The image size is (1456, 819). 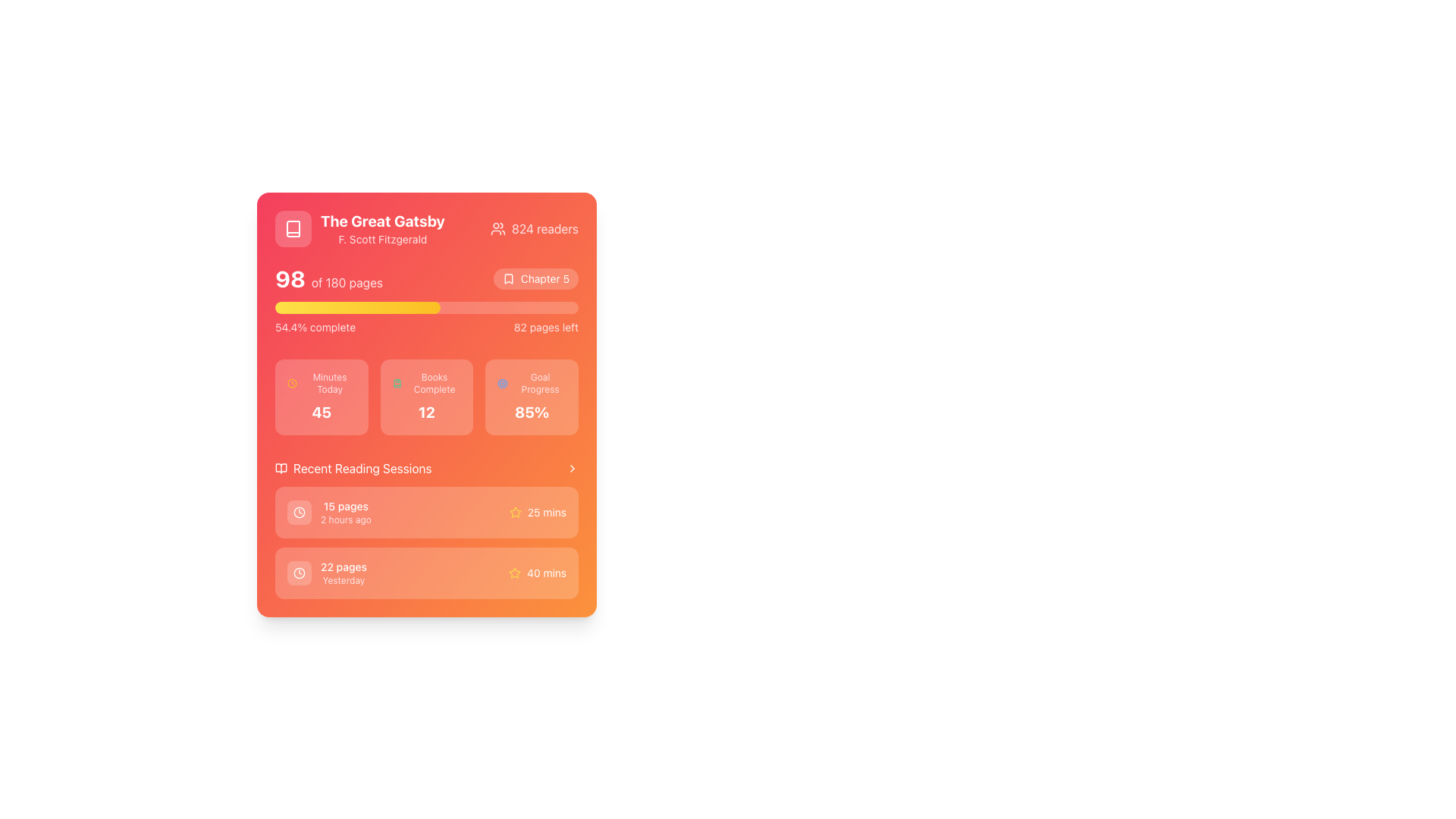 What do you see at coordinates (321, 412) in the screenshot?
I see `displayed numeric text from the Text element indicating the count of minutes today, located within the 'Minutes Today' card in the second row, first column of the grid layout` at bounding box center [321, 412].